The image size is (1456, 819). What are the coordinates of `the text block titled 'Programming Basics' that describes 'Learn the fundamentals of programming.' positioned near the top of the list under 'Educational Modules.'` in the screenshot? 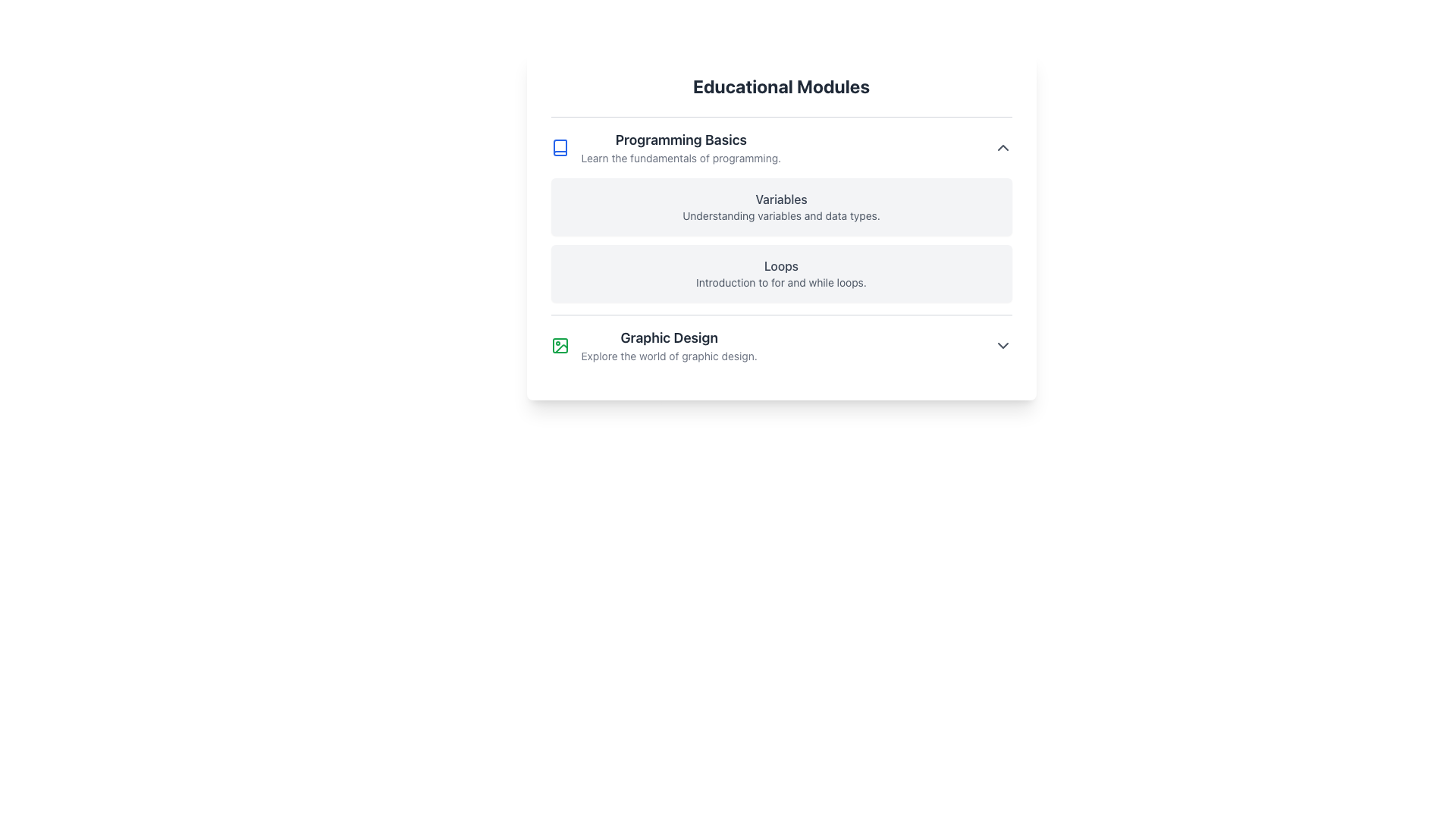 It's located at (680, 148).